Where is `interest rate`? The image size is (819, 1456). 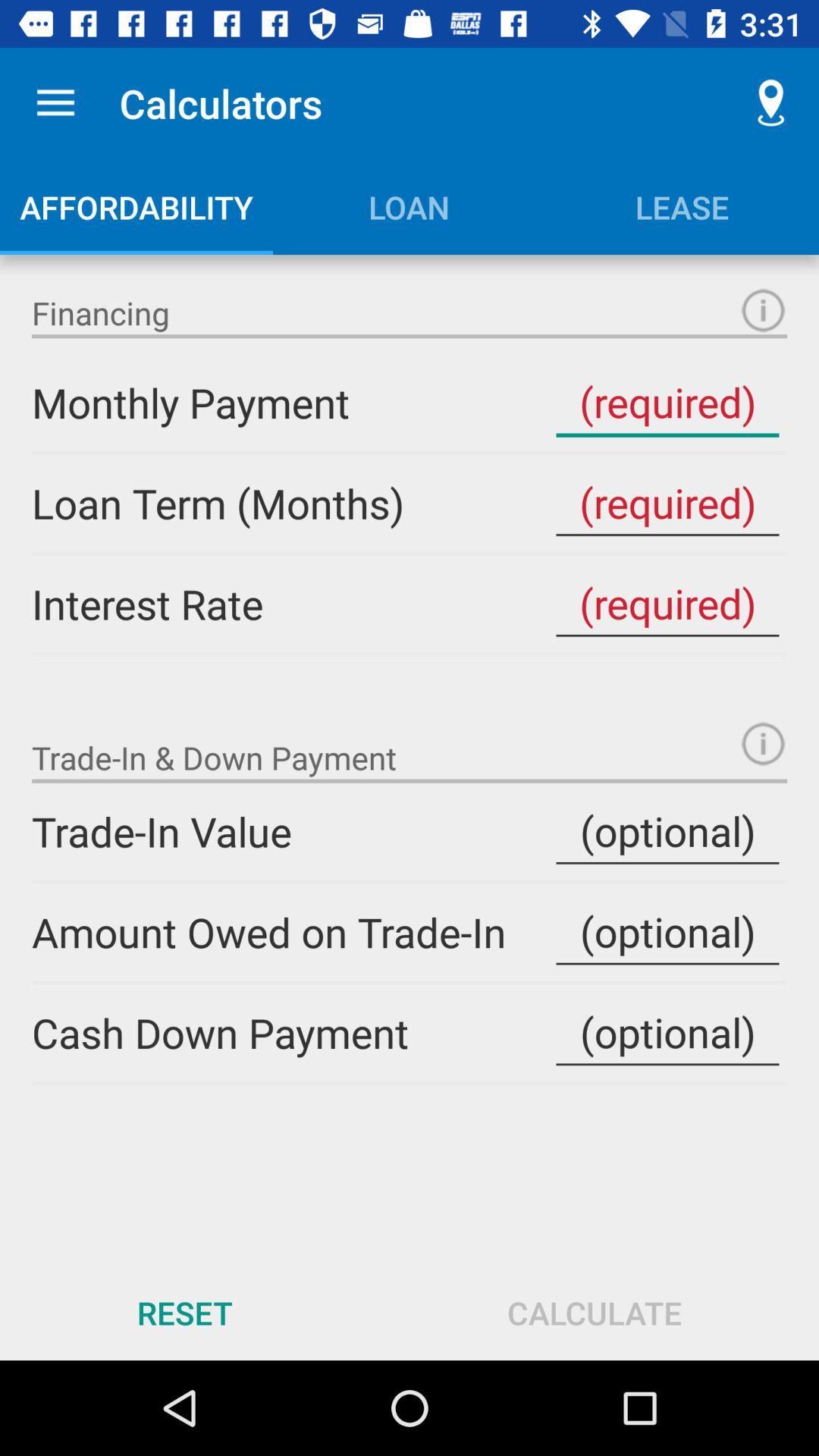 interest rate is located at coordinates (667, 603).